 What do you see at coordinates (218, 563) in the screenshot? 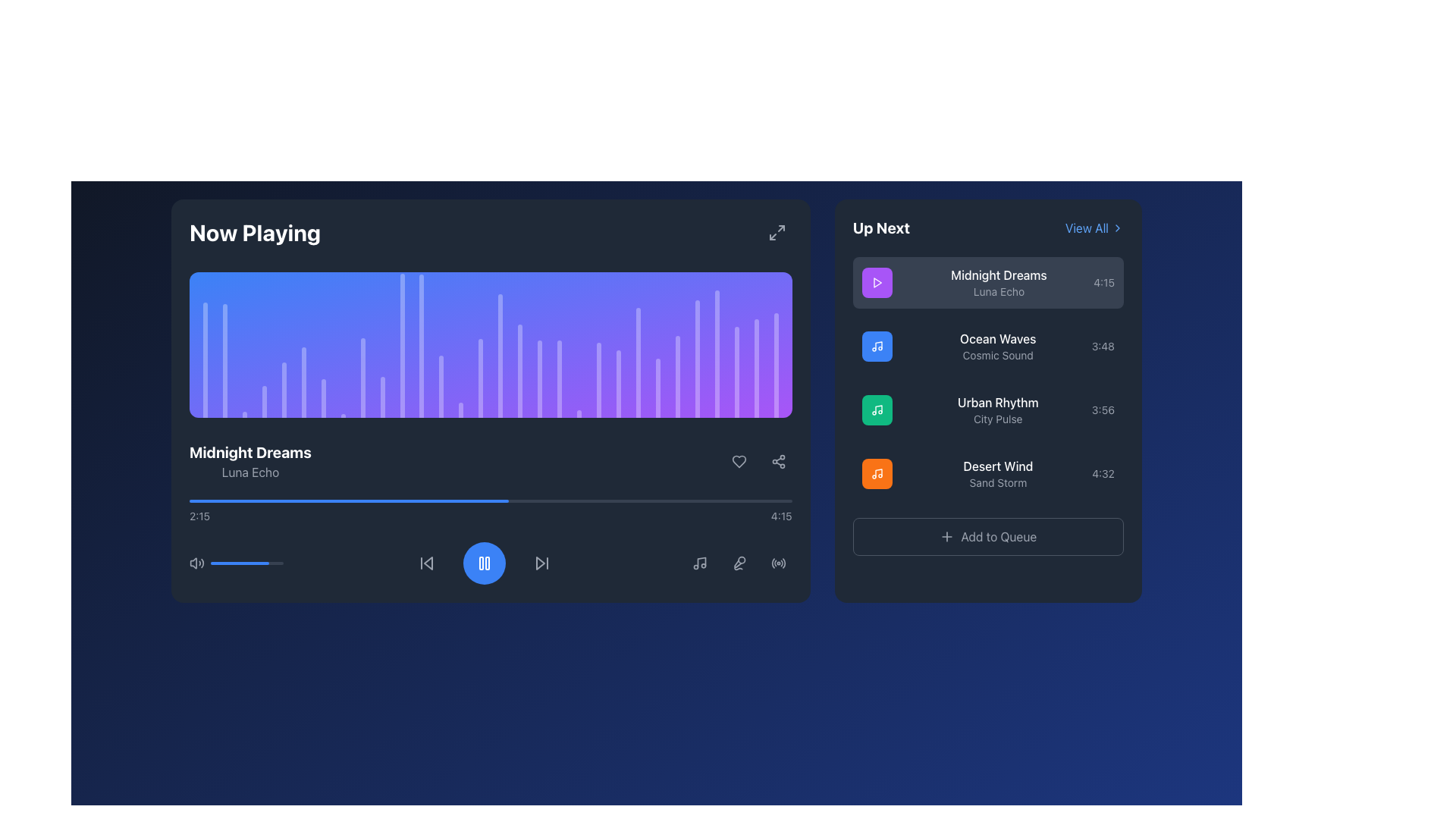
I see `the slider` at bounding box center [218, 563].